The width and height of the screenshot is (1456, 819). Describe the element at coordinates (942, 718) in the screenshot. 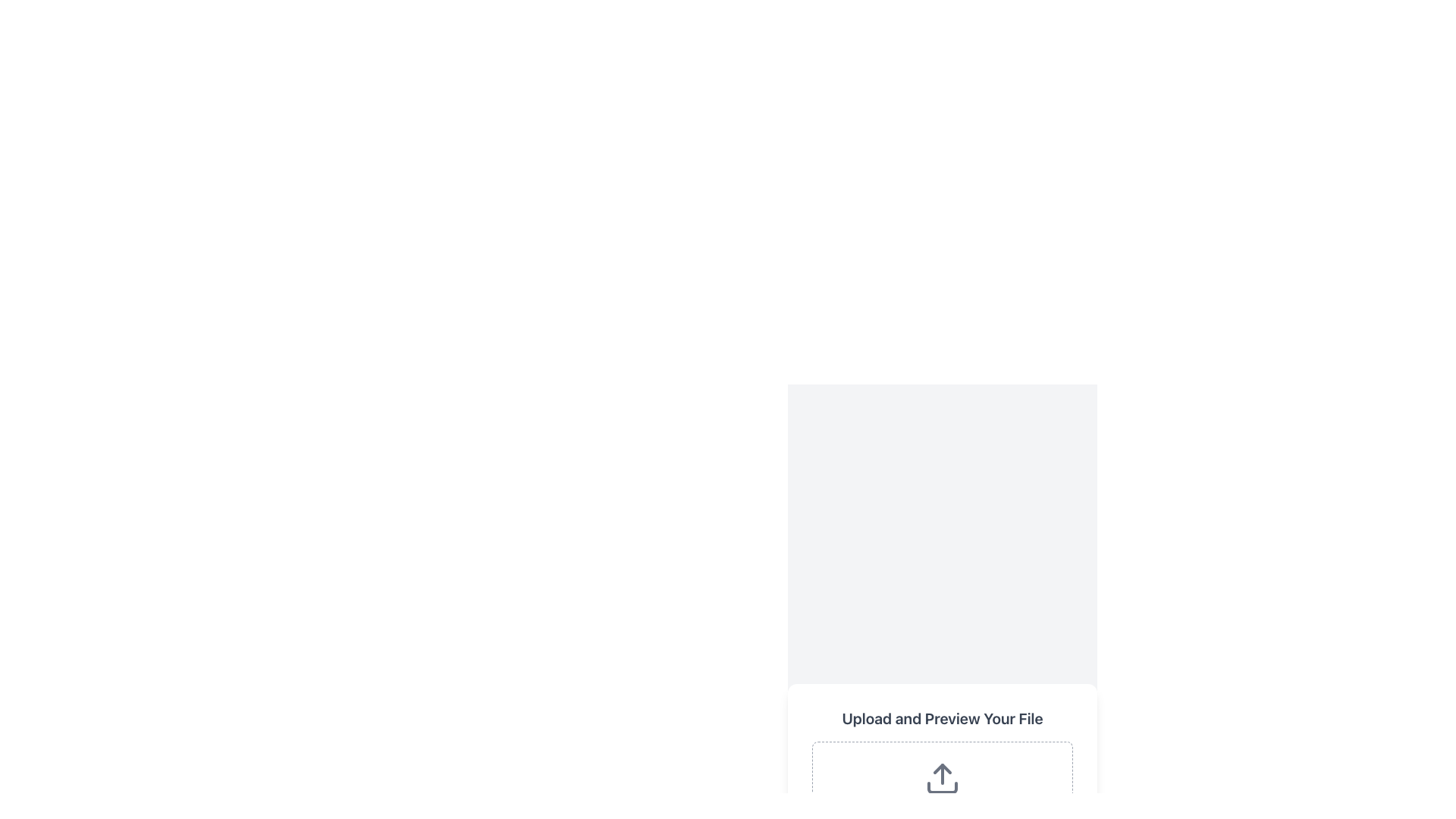

I see `the static text label reading 'Upload and Preview Your File', which is styled in bold dark gray and positioned in the top section of the file upload area` at that location.